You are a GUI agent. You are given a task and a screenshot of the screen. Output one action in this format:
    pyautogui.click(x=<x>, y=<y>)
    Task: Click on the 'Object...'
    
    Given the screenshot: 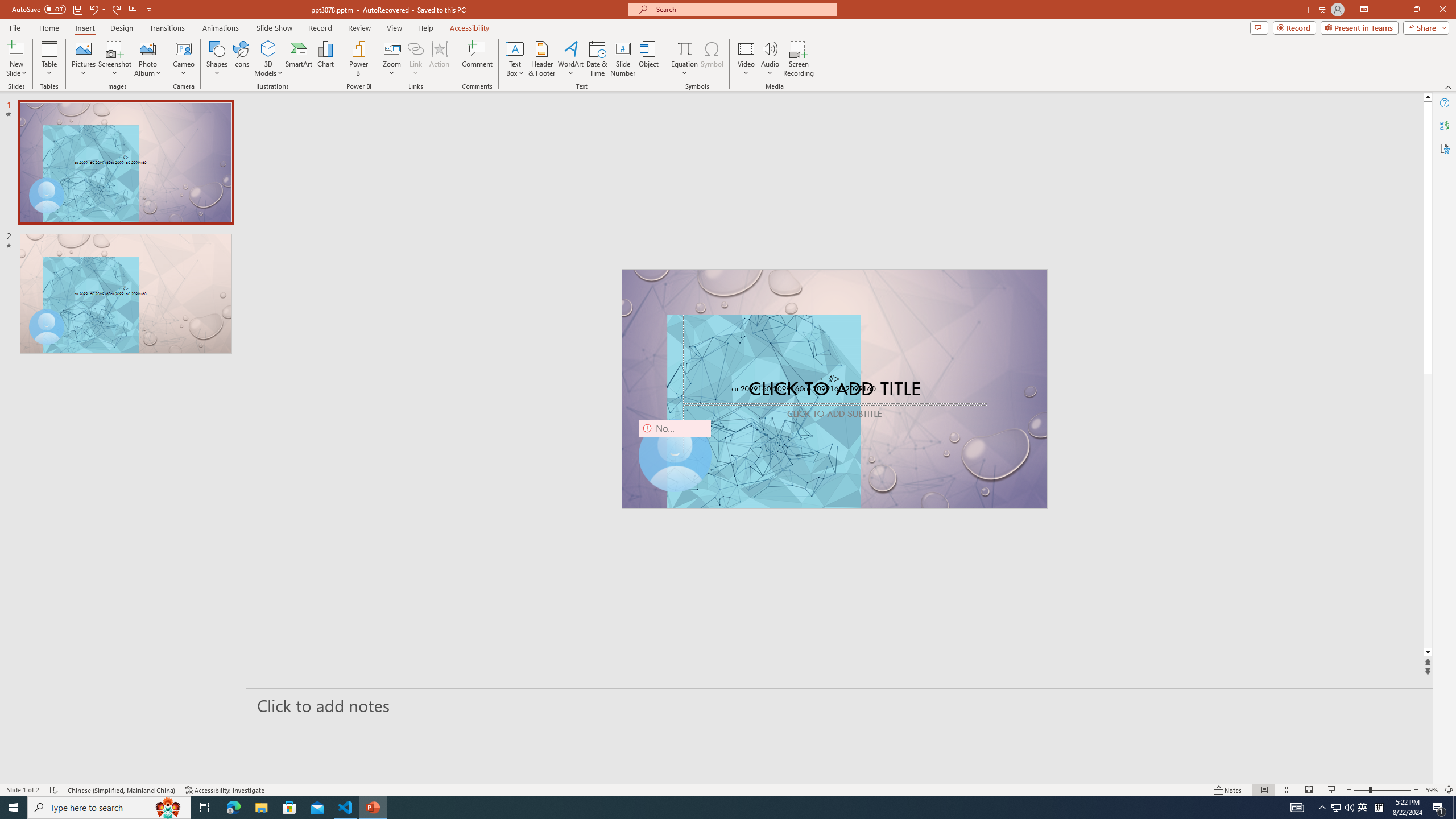 What is the action you would take?
    pyautogui.click(x=649, y=59)
    